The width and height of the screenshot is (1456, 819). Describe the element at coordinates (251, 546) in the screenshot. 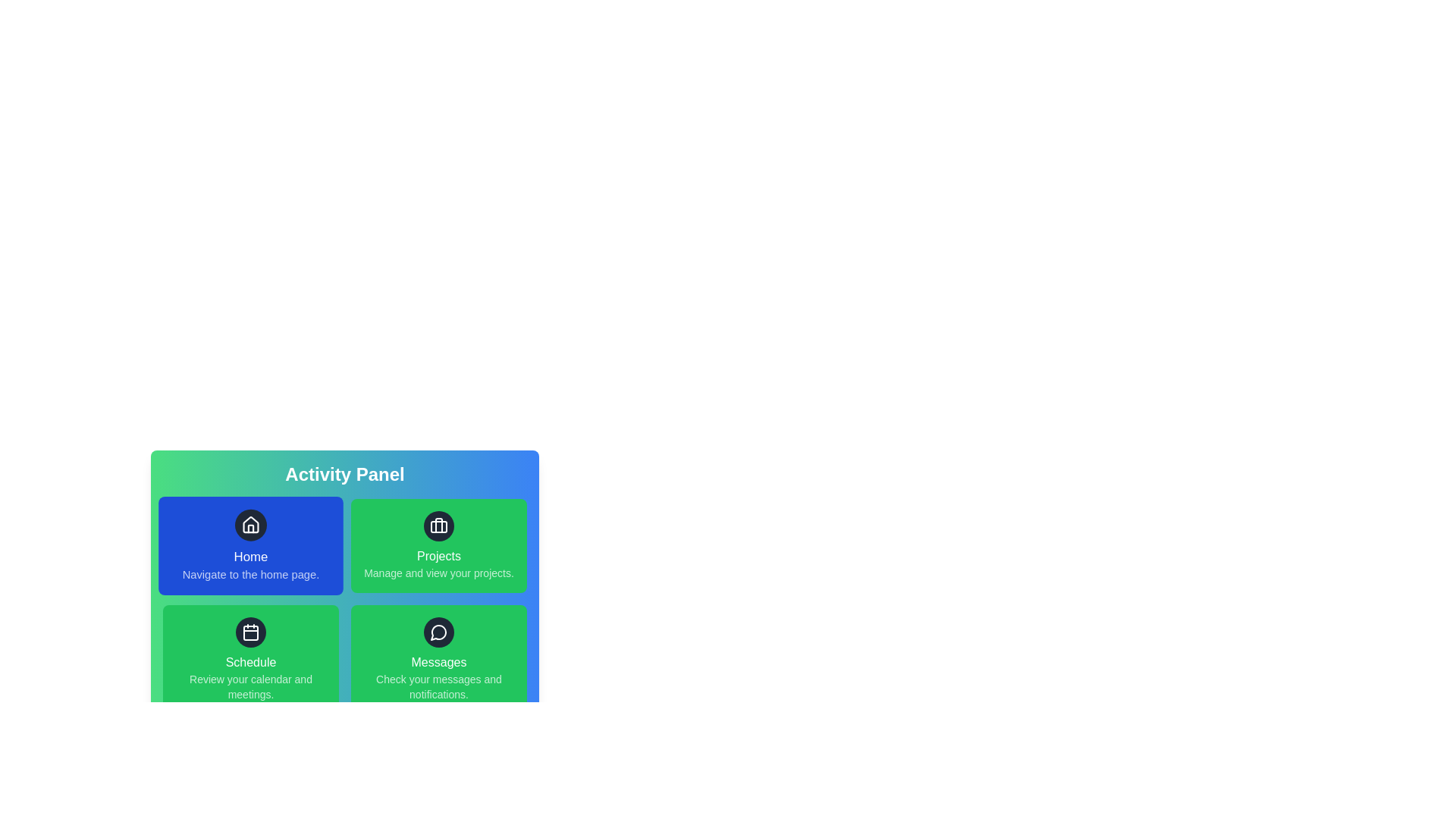

I see `the Home item in the Activity Panel` at that location.